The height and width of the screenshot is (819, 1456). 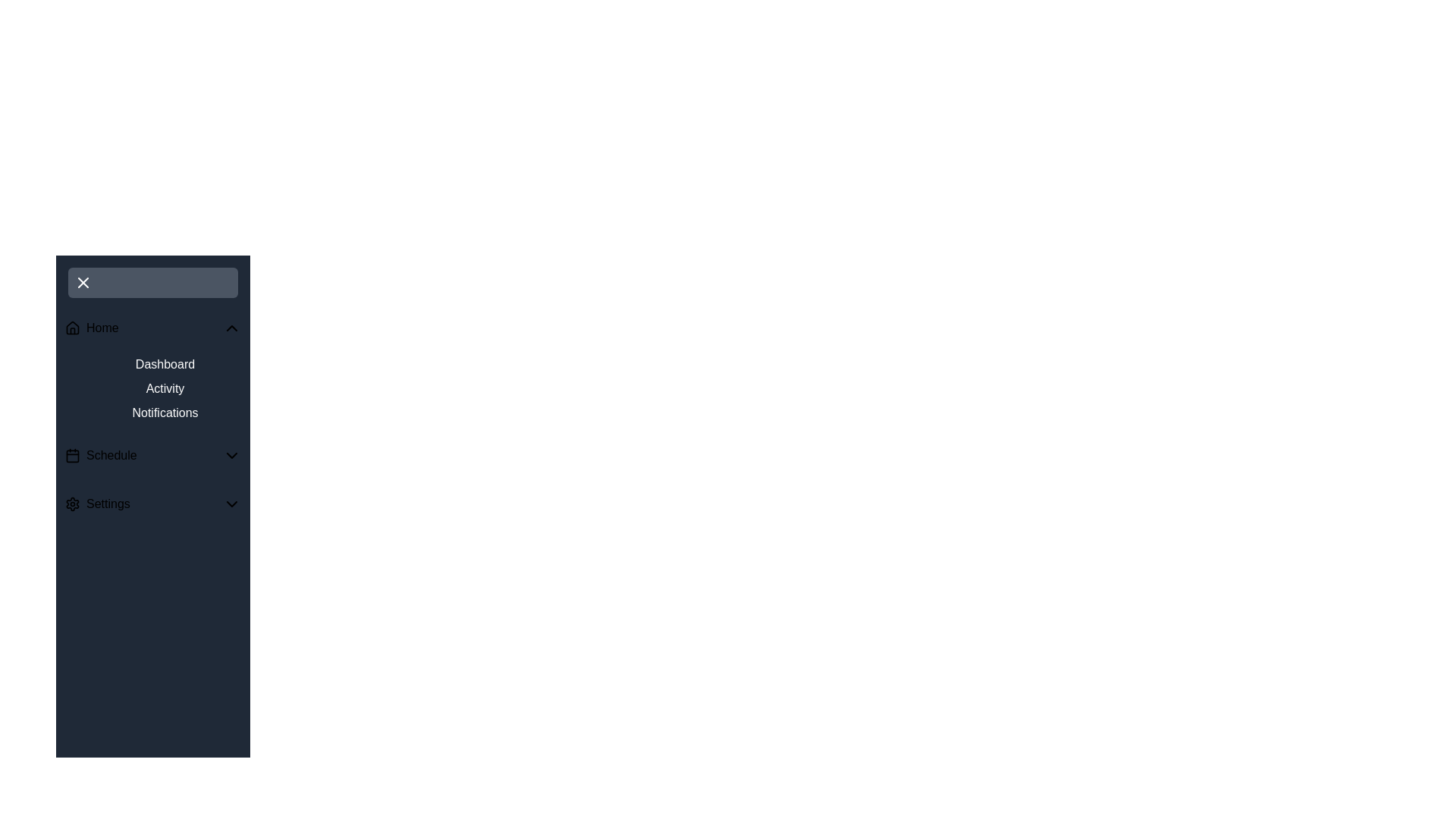 I want to click on the 'Schedule' navigation label, which is located in the sidebar menu under 'Home' and above 'Settings', adjacent to a calendar icon, so click(x=111, y=455).